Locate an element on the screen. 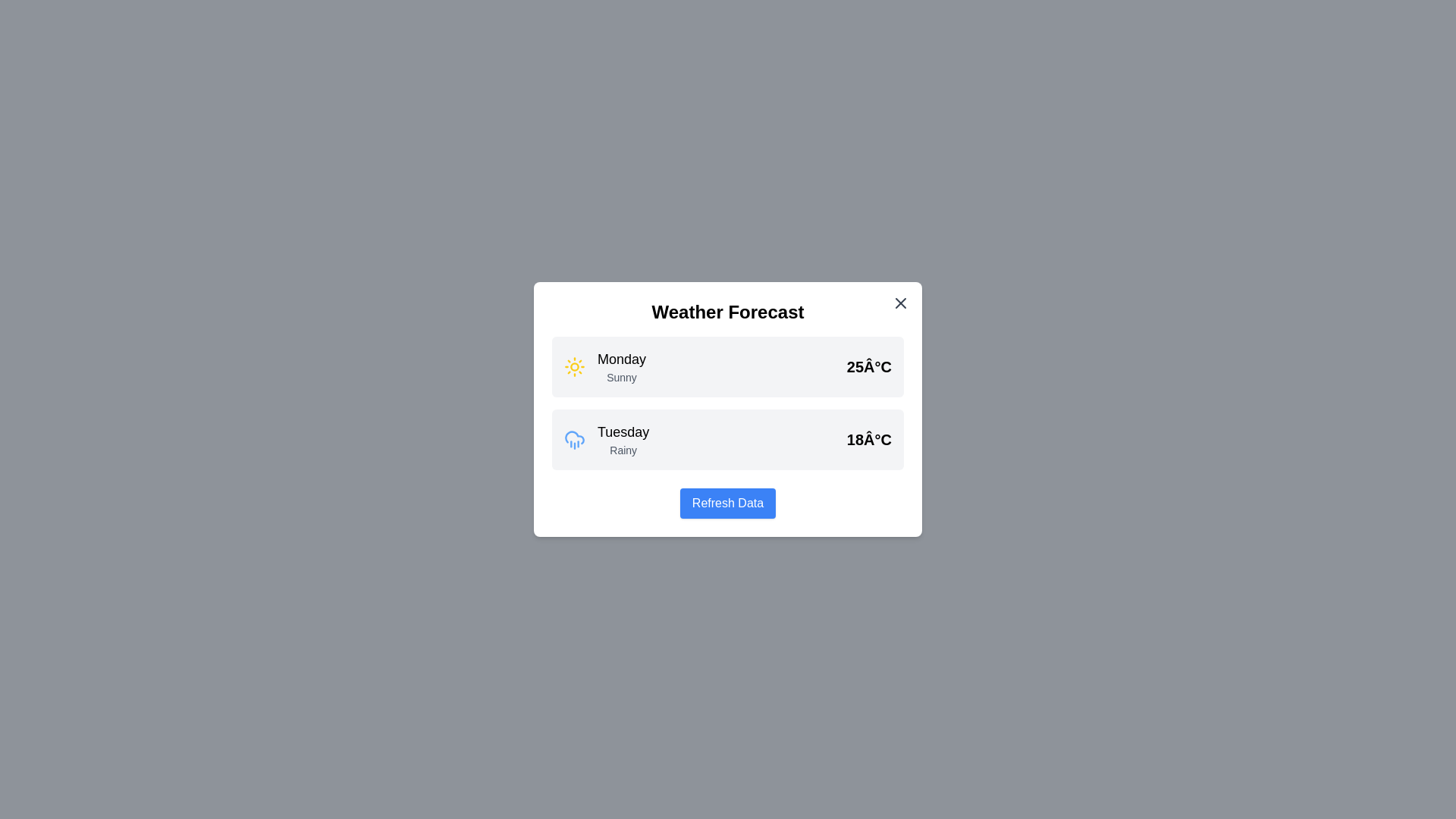 The width and height of the screenshot is (1456, 819). temperature information displayed in bold text '18Â°C' located on the right side of the 'Tuesday' weather card, adjacent to the 'Rainy' description and icon is located at coordinates (869, 439).